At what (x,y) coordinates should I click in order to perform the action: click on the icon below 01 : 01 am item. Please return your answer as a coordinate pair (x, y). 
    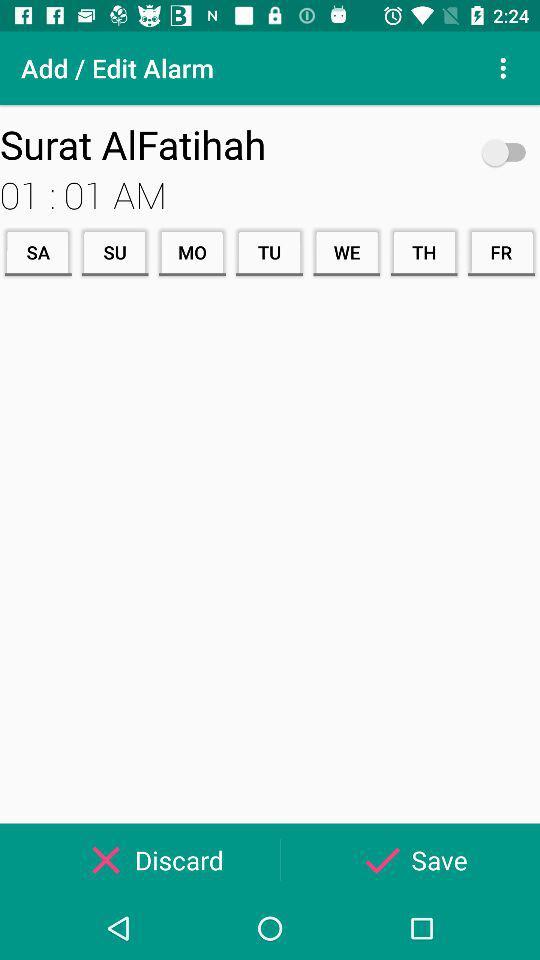
    Looking at the image, I should click on (500, 251).